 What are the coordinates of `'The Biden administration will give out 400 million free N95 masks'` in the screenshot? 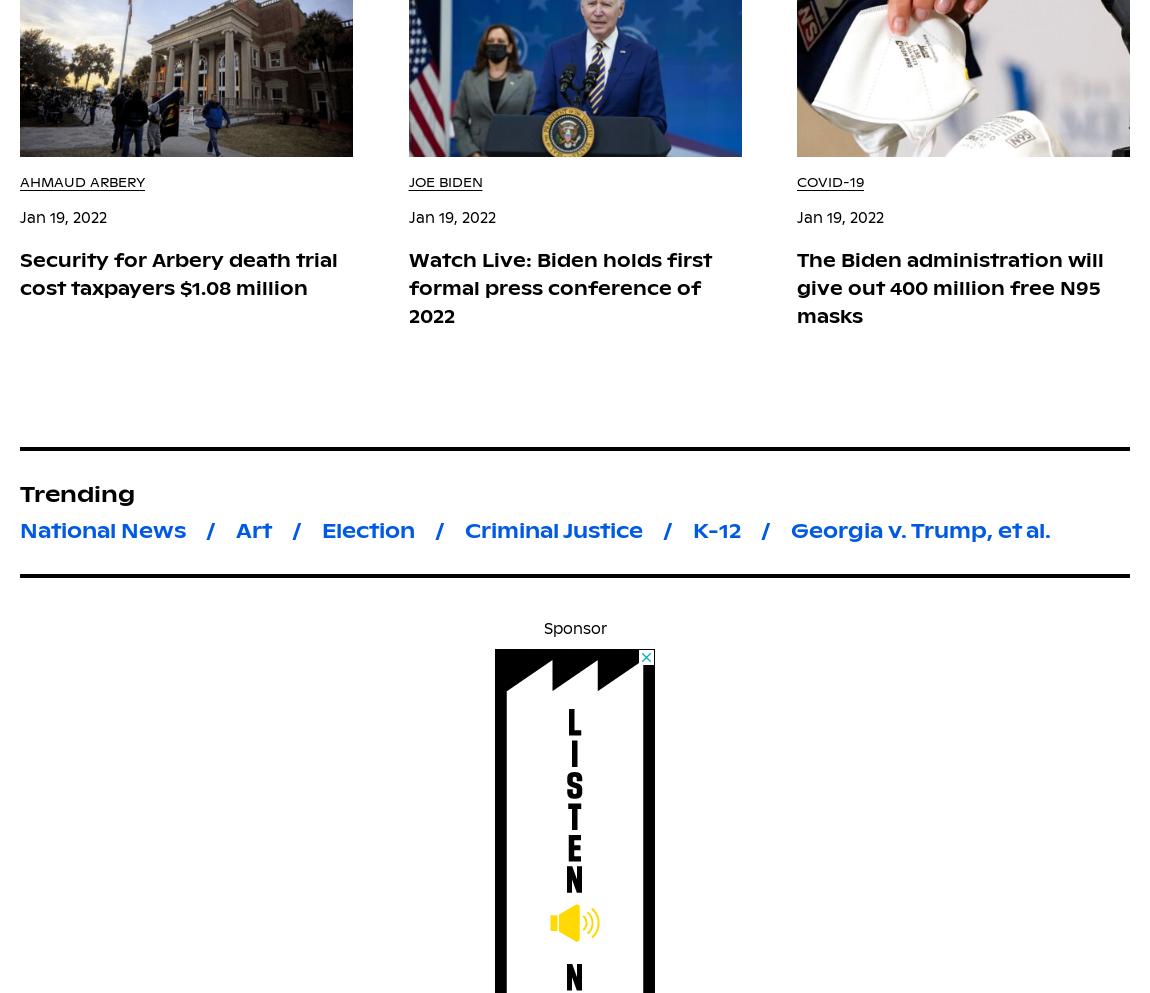 It's located at (950, 287).